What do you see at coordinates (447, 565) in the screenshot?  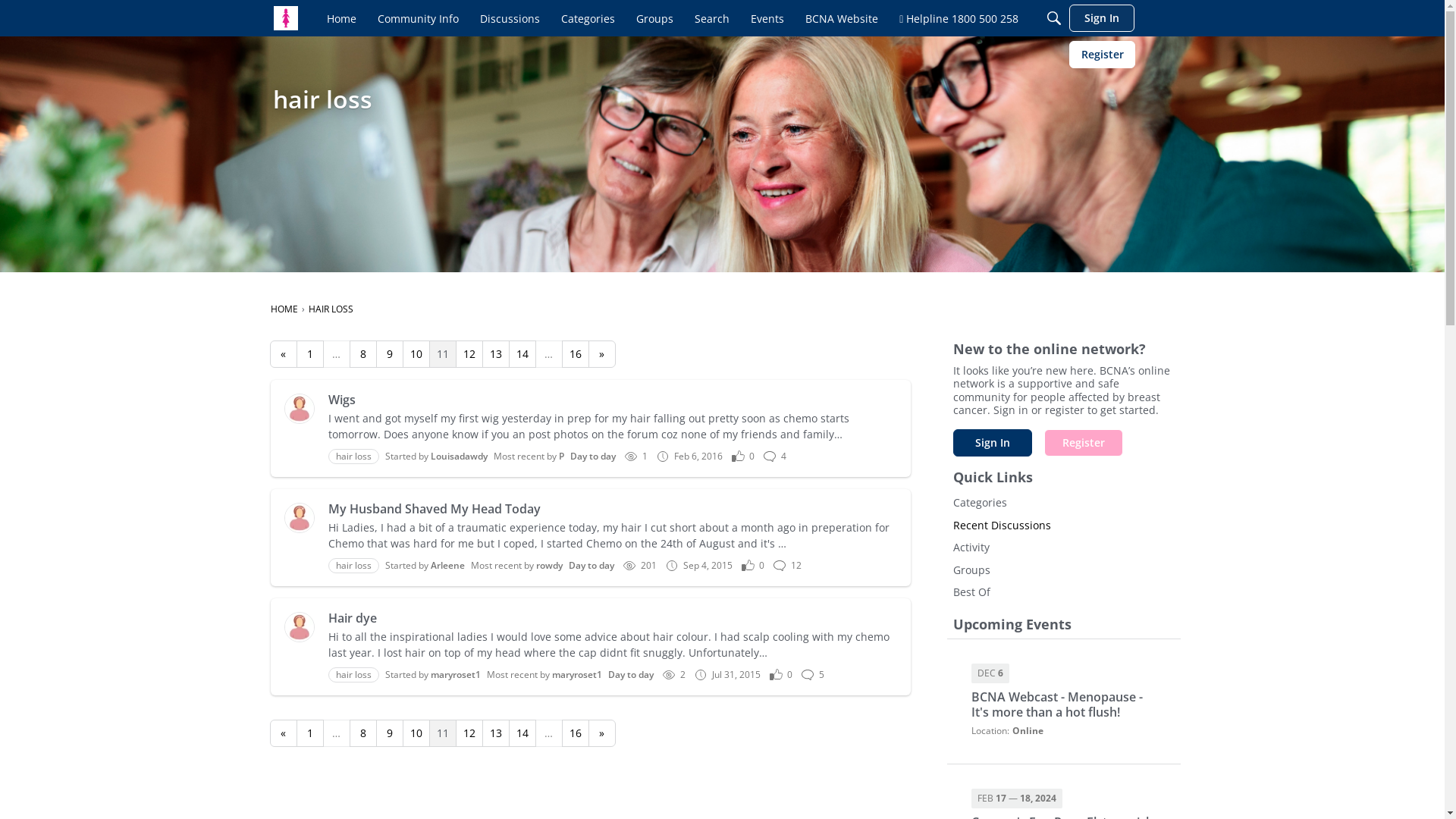 I see `'Arleene'` at bounding box center [447, 565].